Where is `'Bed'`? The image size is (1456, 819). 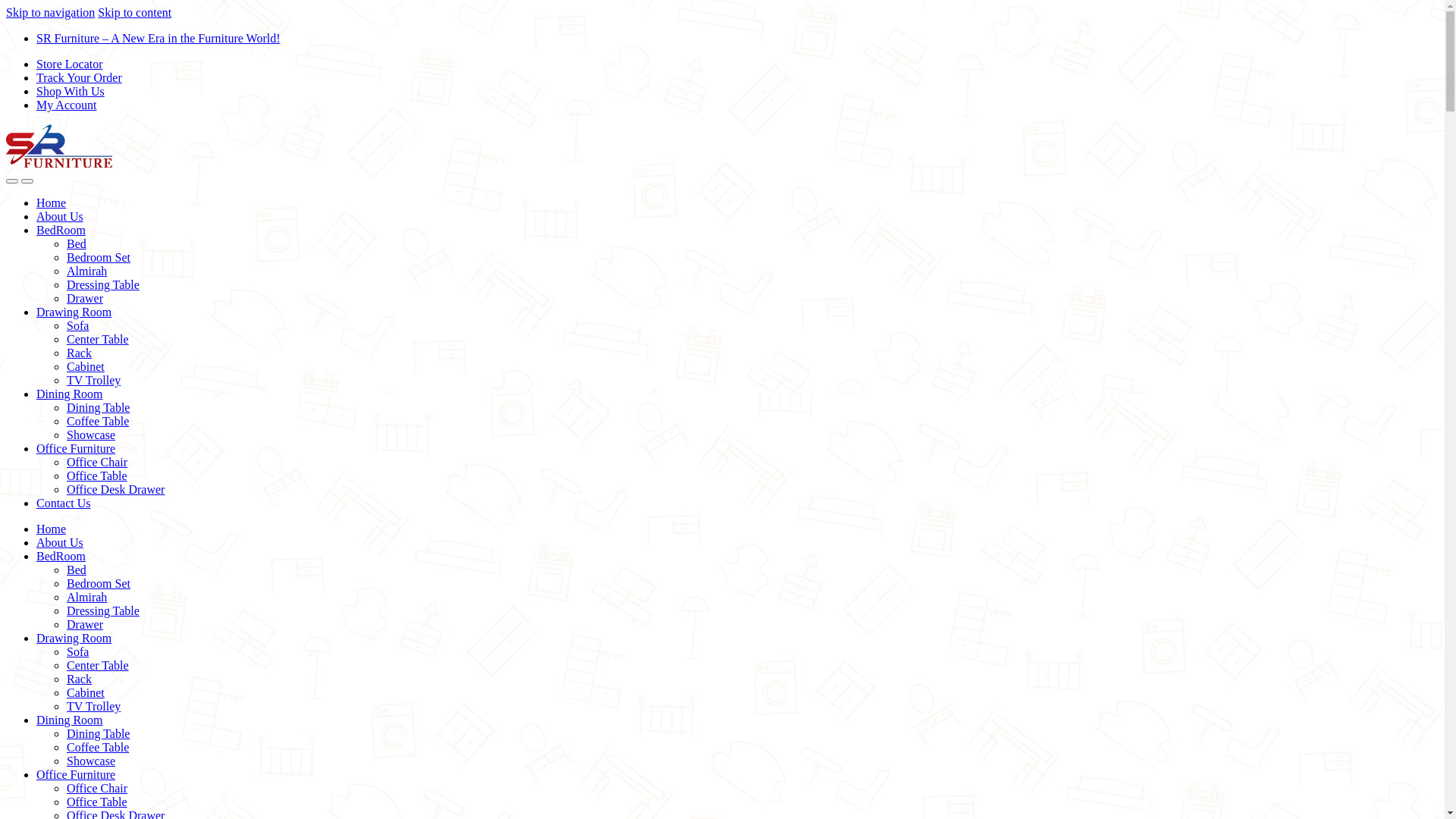 'Bed' is located at coordinates (75, 243).